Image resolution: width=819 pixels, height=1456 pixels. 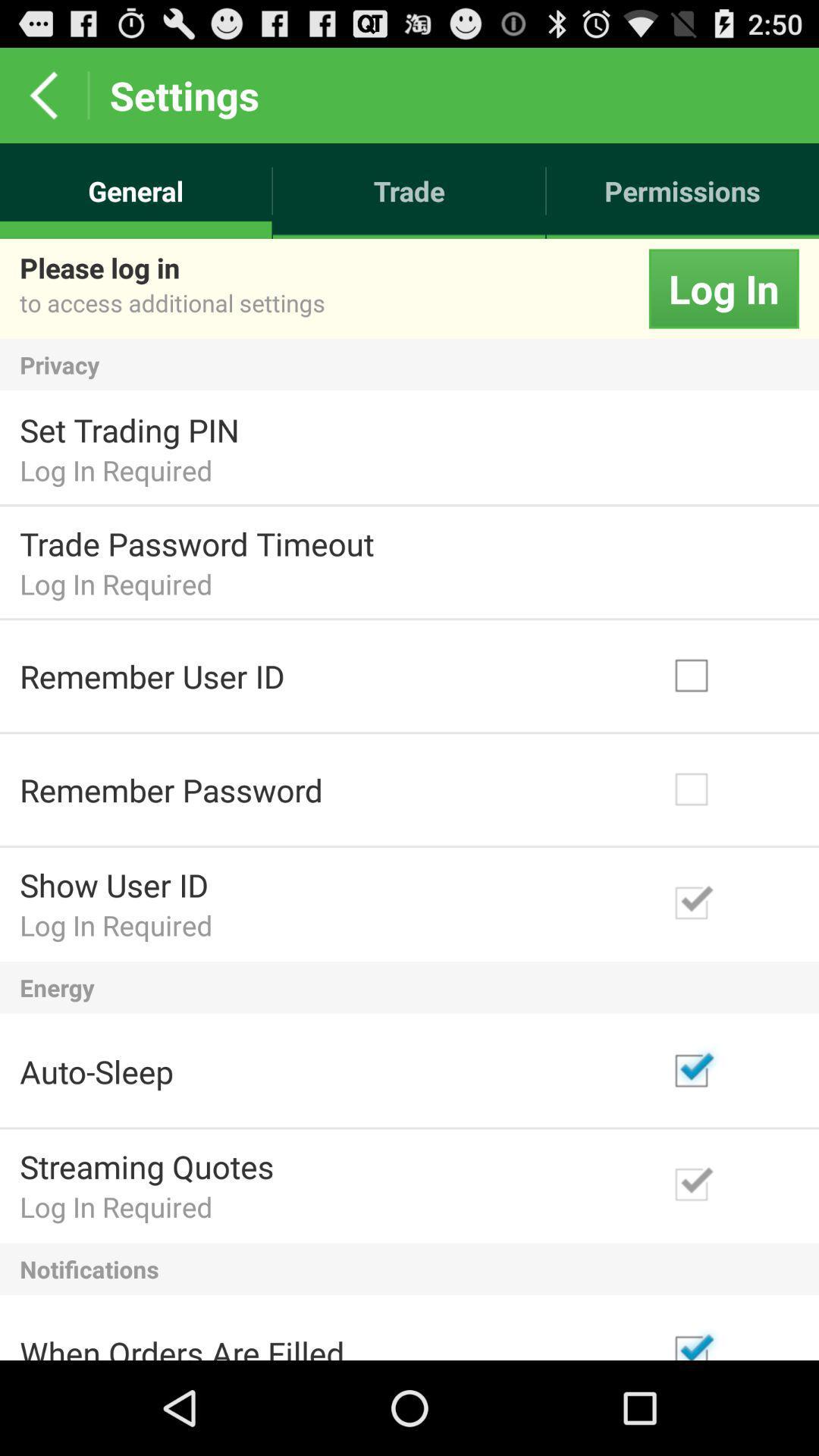 What do you see at coordinates (181, 1345) in the screenshot?
I see `the when orders are app` at bounding box center [181, 1345].